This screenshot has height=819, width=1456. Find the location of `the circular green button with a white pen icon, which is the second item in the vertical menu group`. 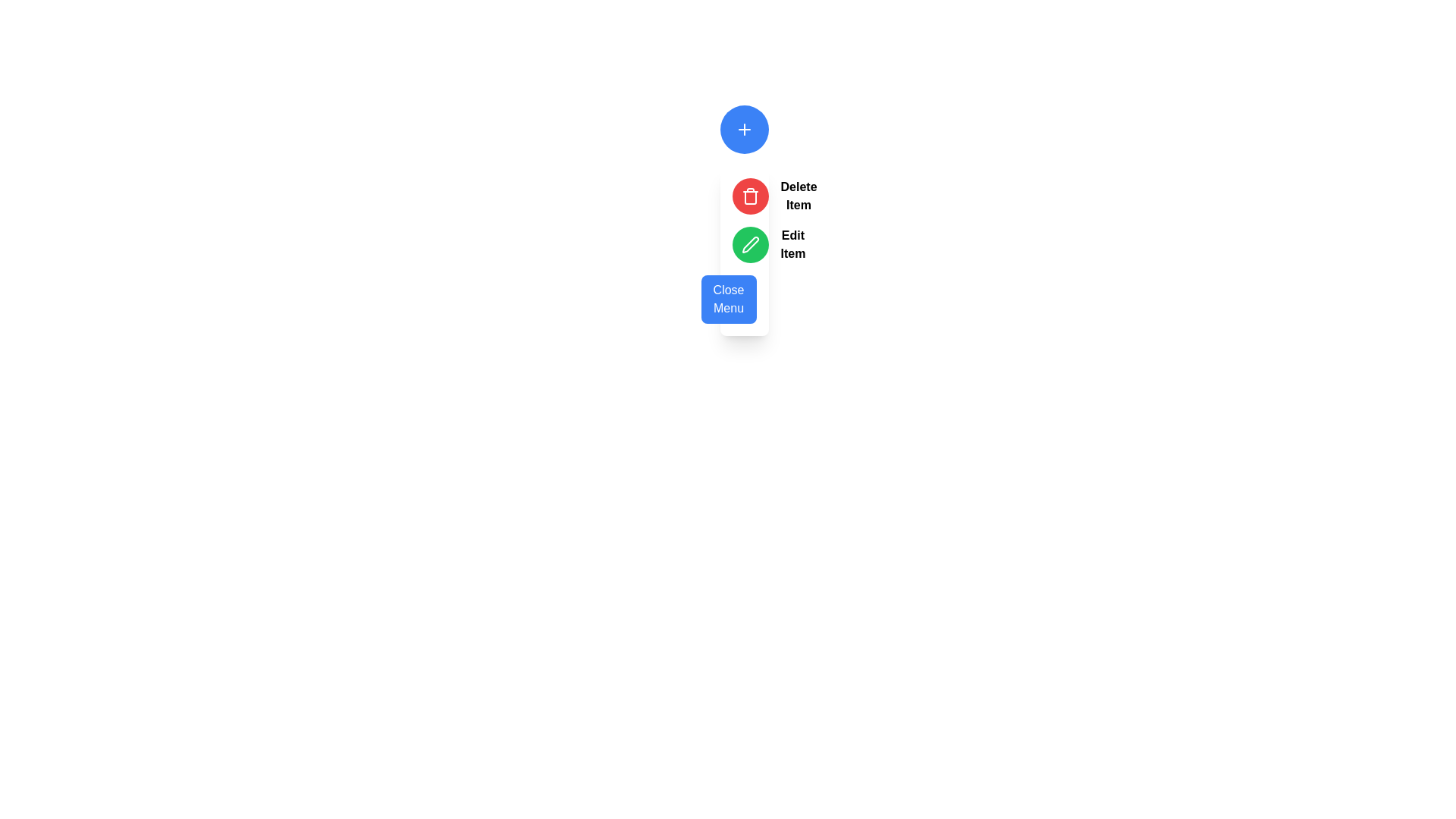

the circular green button with a white pen icon, which is the second item in the vertical menu group is located at coordinates (744, 244).